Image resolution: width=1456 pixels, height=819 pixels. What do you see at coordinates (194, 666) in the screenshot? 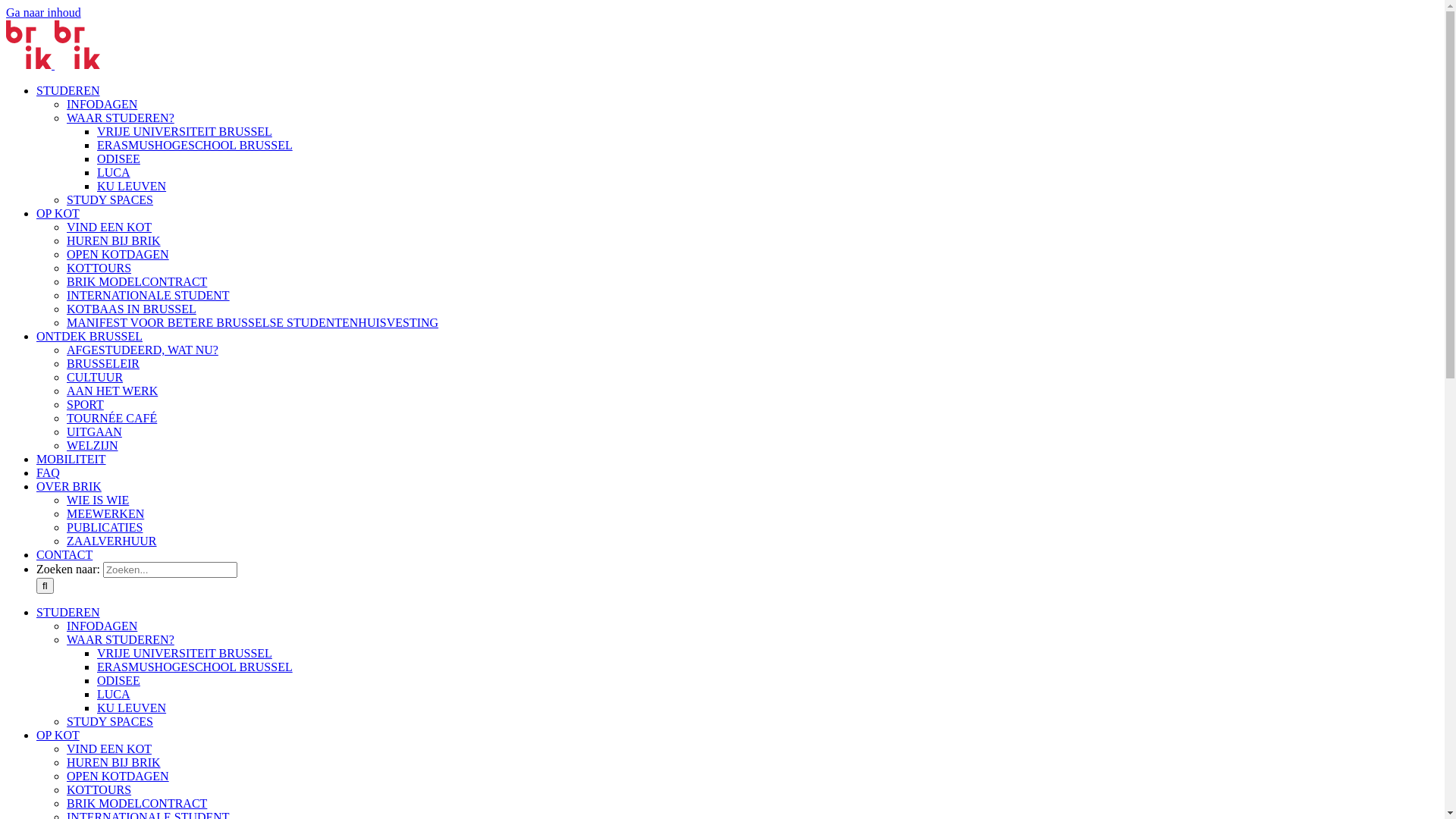
I see `'ERASMUSHOGESCHOOL BRUSSEL'` at bounding box center [194, 666].